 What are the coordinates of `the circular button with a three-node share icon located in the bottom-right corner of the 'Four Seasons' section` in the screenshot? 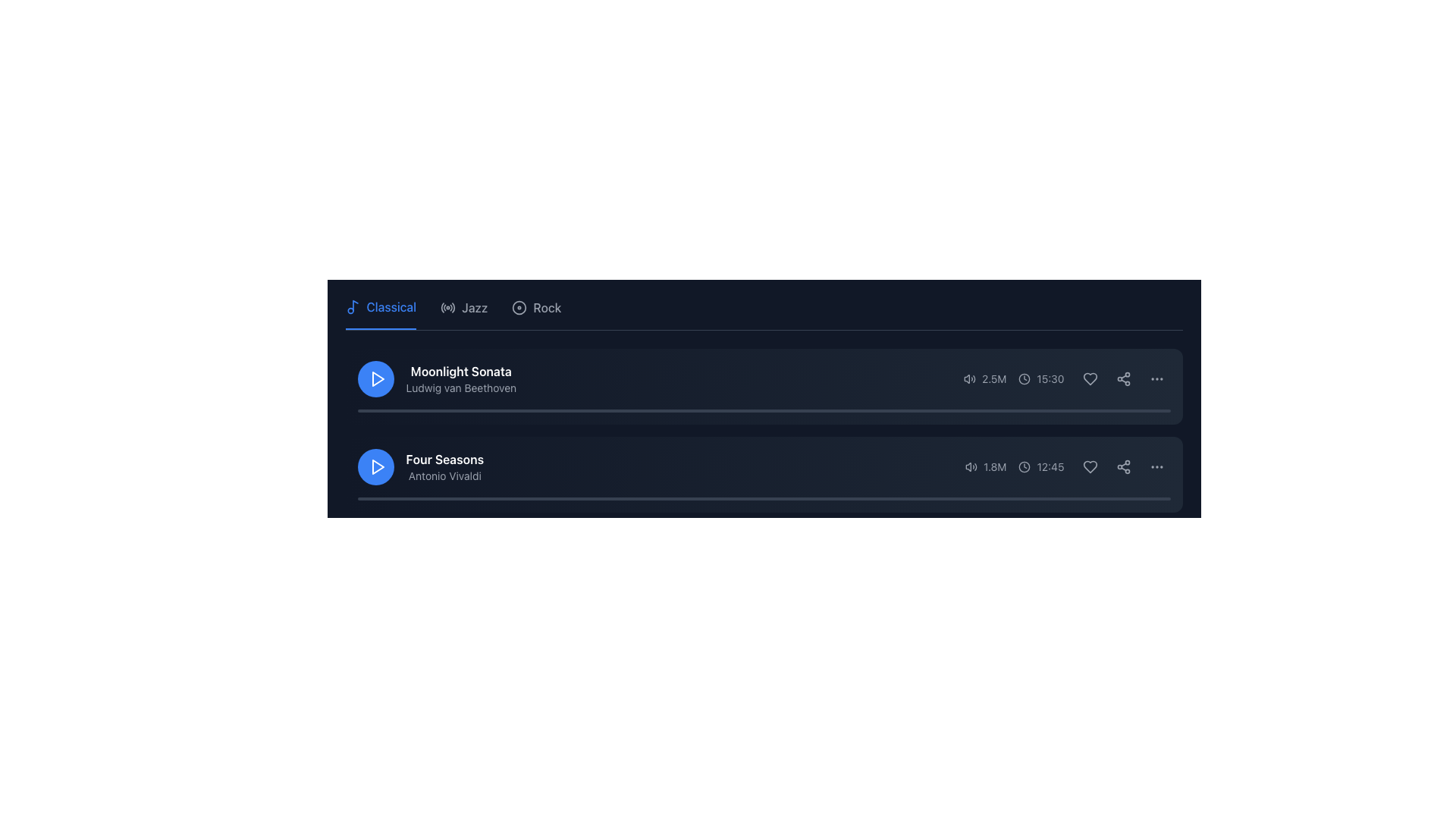 It's located at (1123, 466).